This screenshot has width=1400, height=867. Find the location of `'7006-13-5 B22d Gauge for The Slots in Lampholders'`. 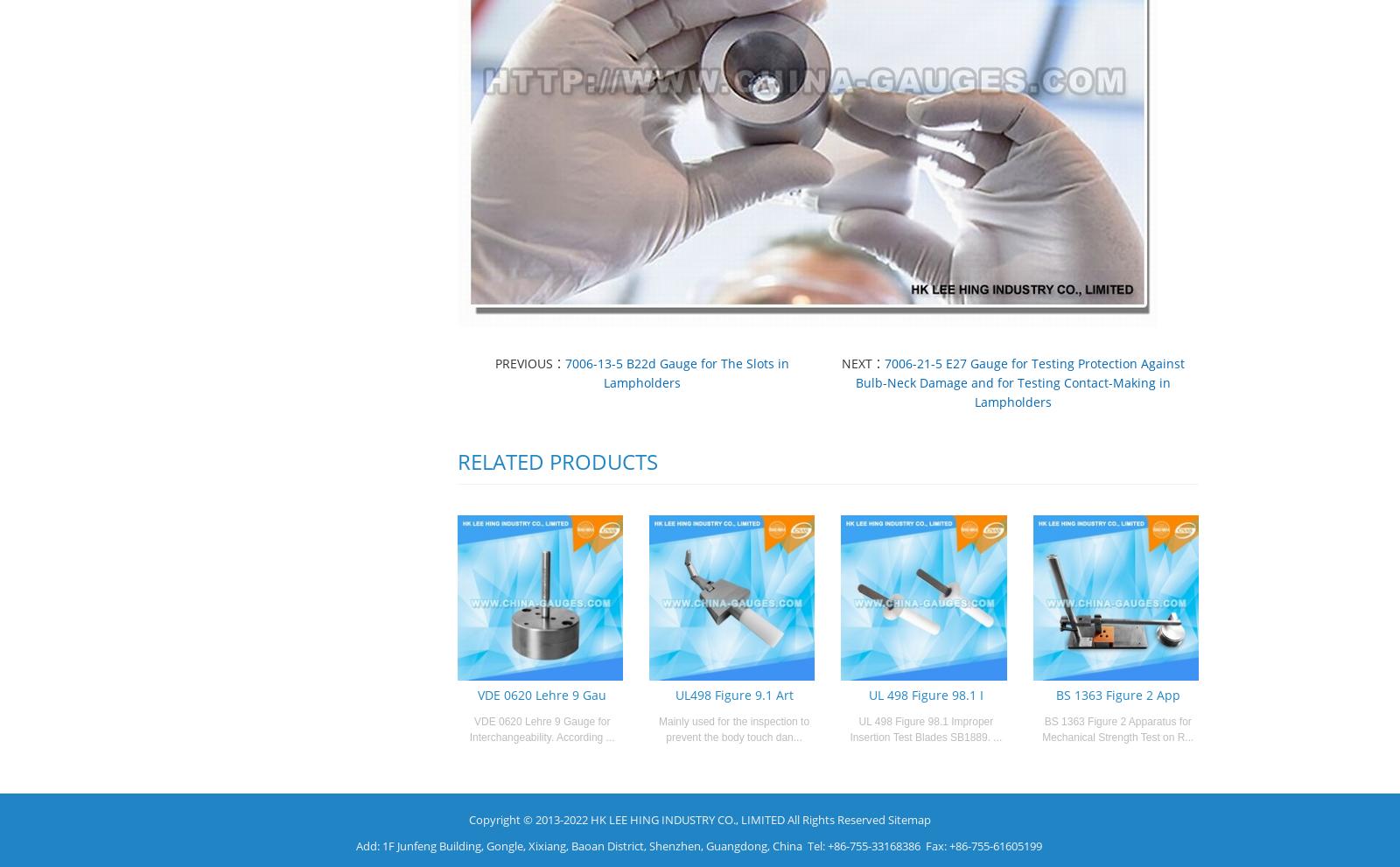

'7006-13-5 B22d Gauge for The Slots in Lampholders' is located at coordinates (677, 373).